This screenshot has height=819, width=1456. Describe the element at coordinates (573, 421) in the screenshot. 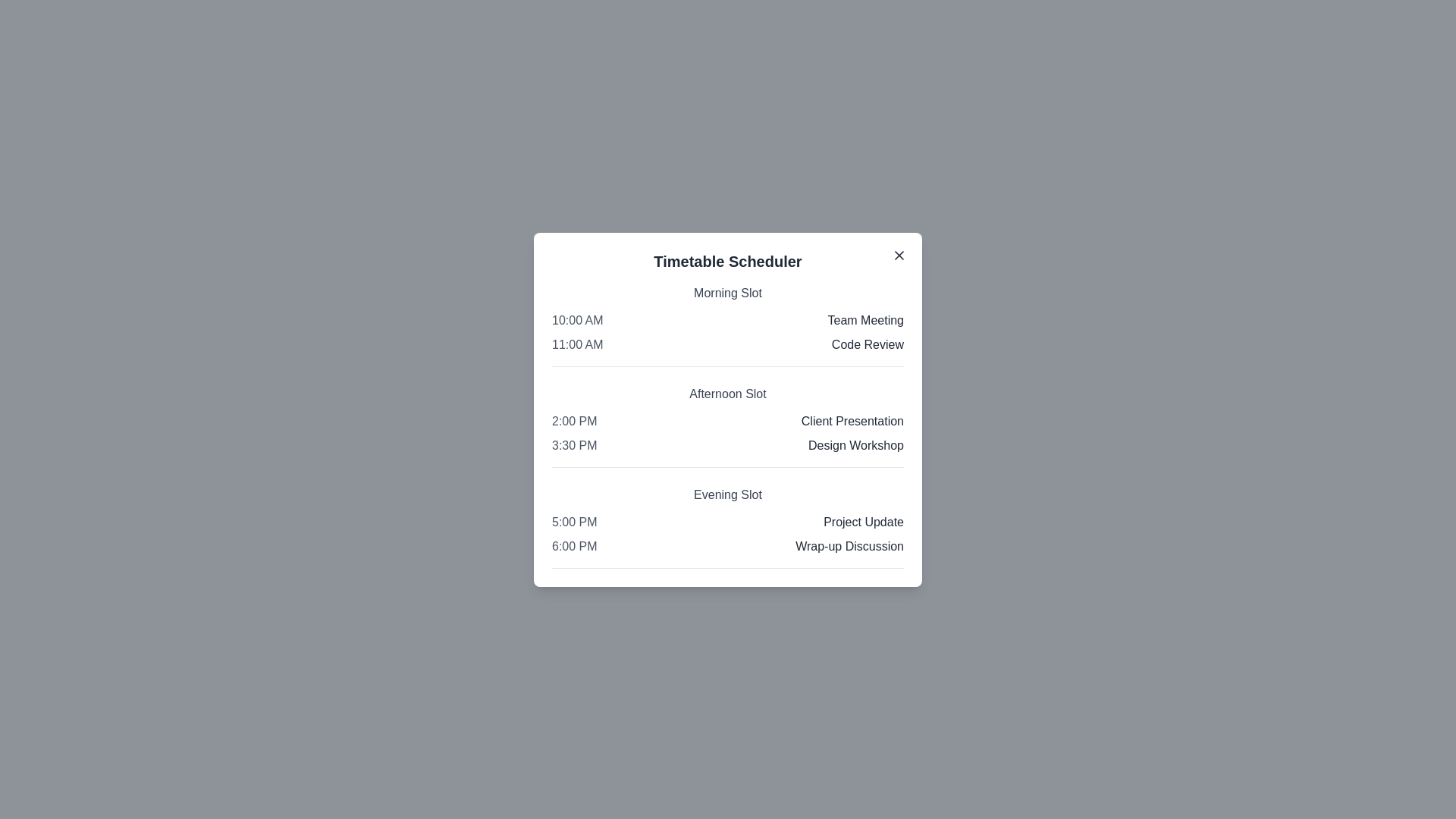

I see `the event time 2:00 PM to select it` at that location.